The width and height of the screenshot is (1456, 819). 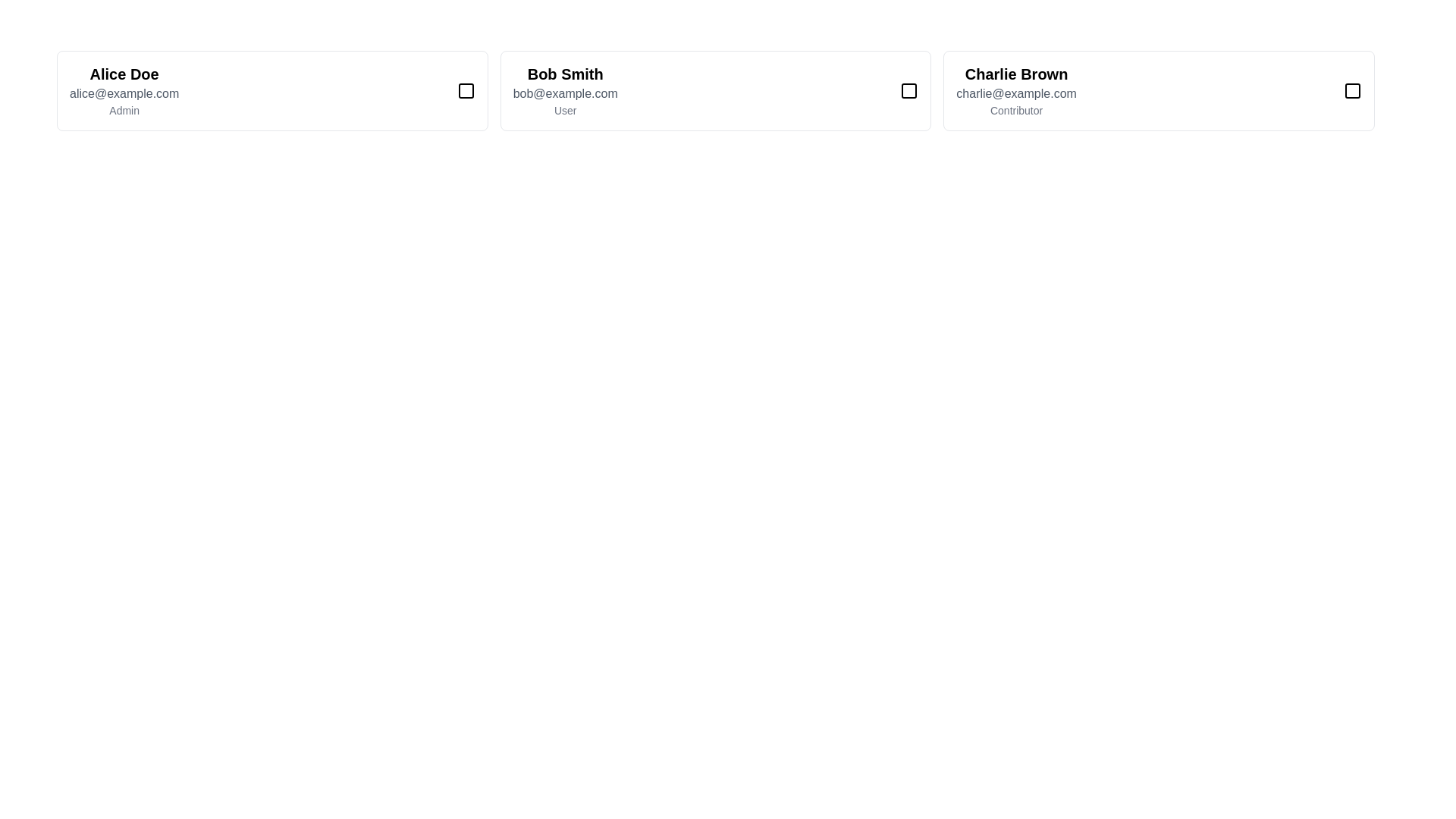 I want to click on the Text Display Block that shows the user's name, email, and role, which is the first block in the horizontally-aligned group of profile information blocks, so click(x=124, y=90).